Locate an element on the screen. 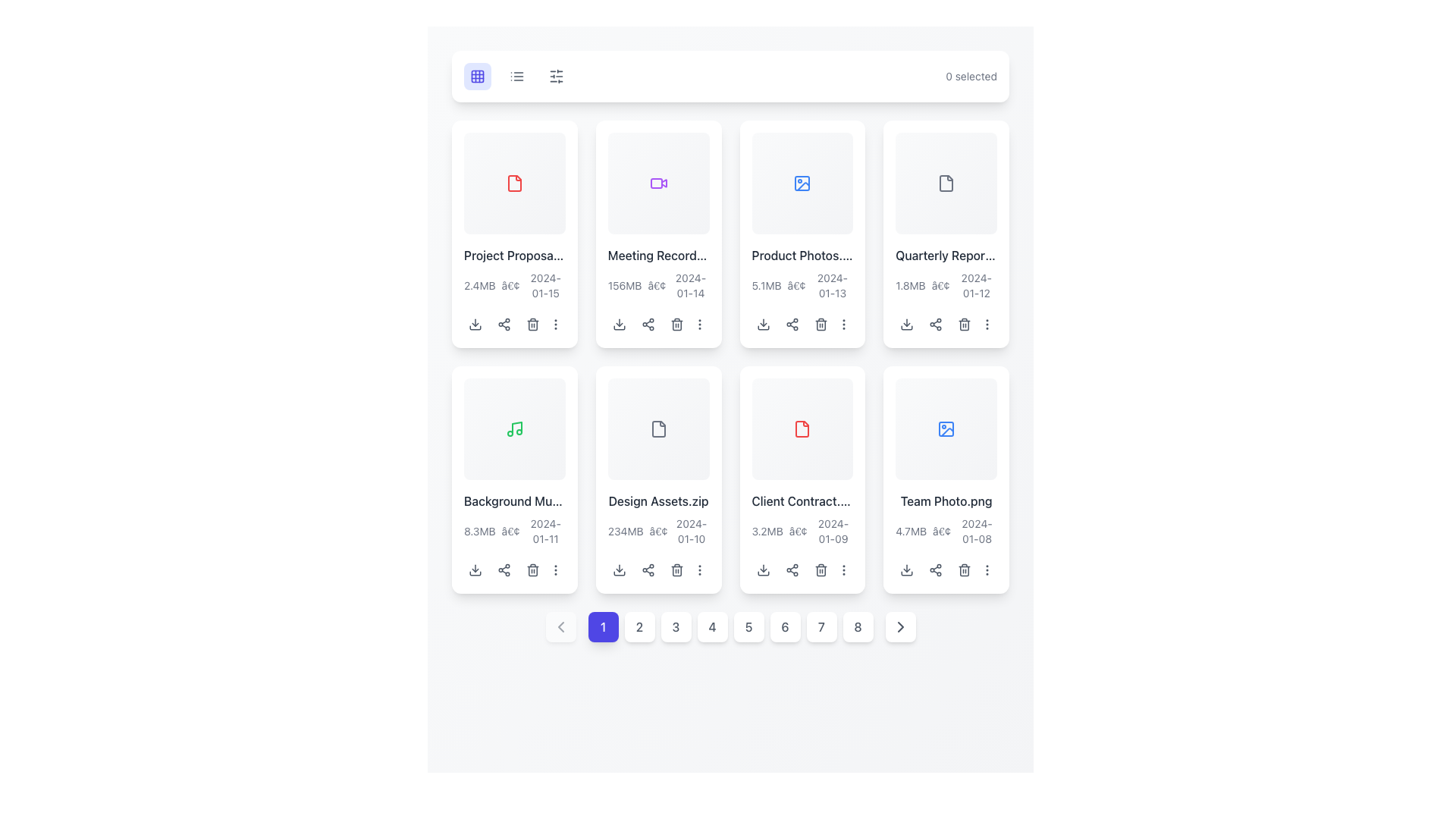 This screenshot has height=819, width=1456. the static text label displaying the date '2024-01-08', located at the bottom-right corner of the card labeled 'Team Photo.png', which is styled in small, gray text is located at coordinates (977, 530).